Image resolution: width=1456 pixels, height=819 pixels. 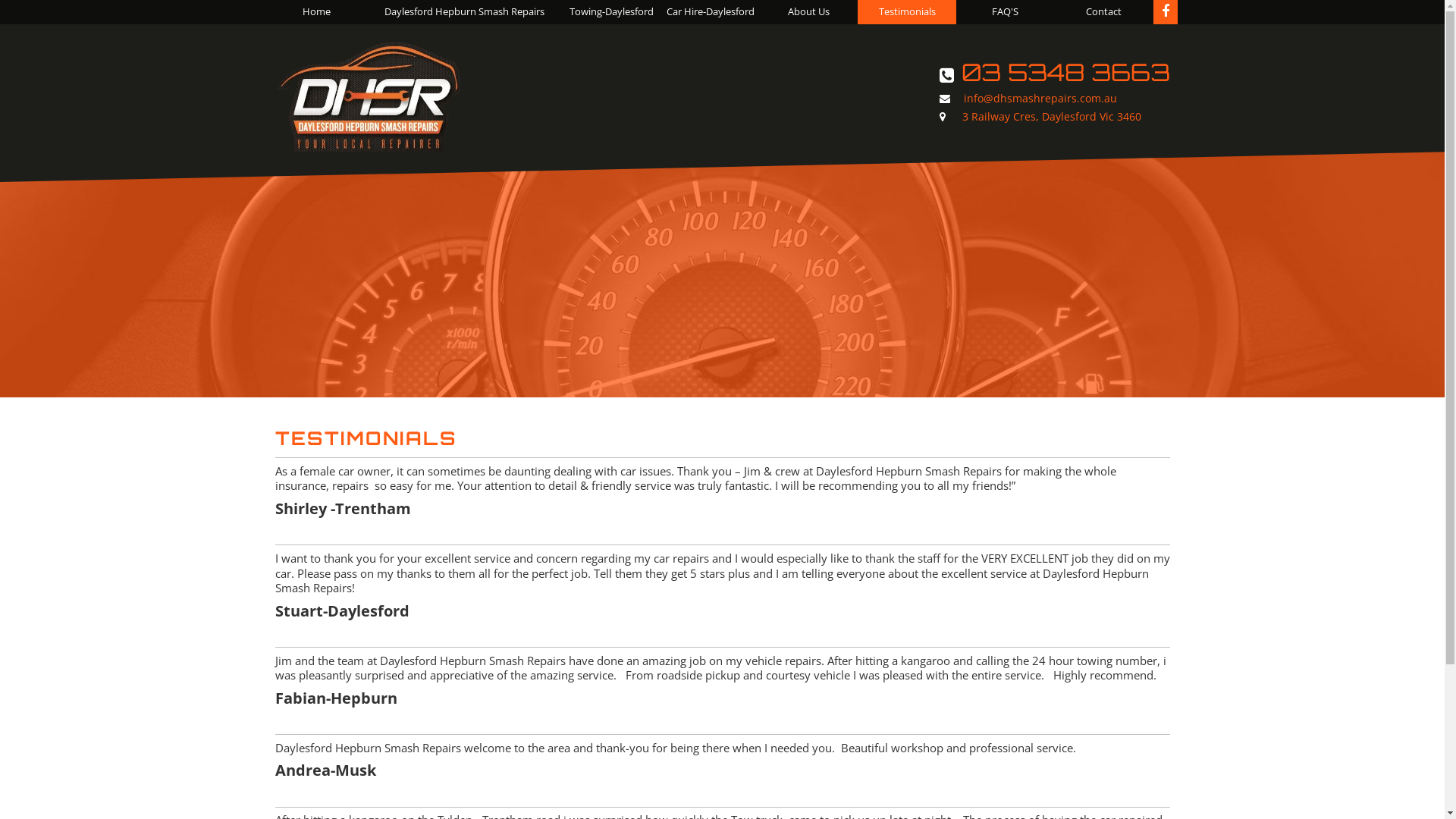 I want to click on 'Towing-Daylesford', so click(x=562, y=11).